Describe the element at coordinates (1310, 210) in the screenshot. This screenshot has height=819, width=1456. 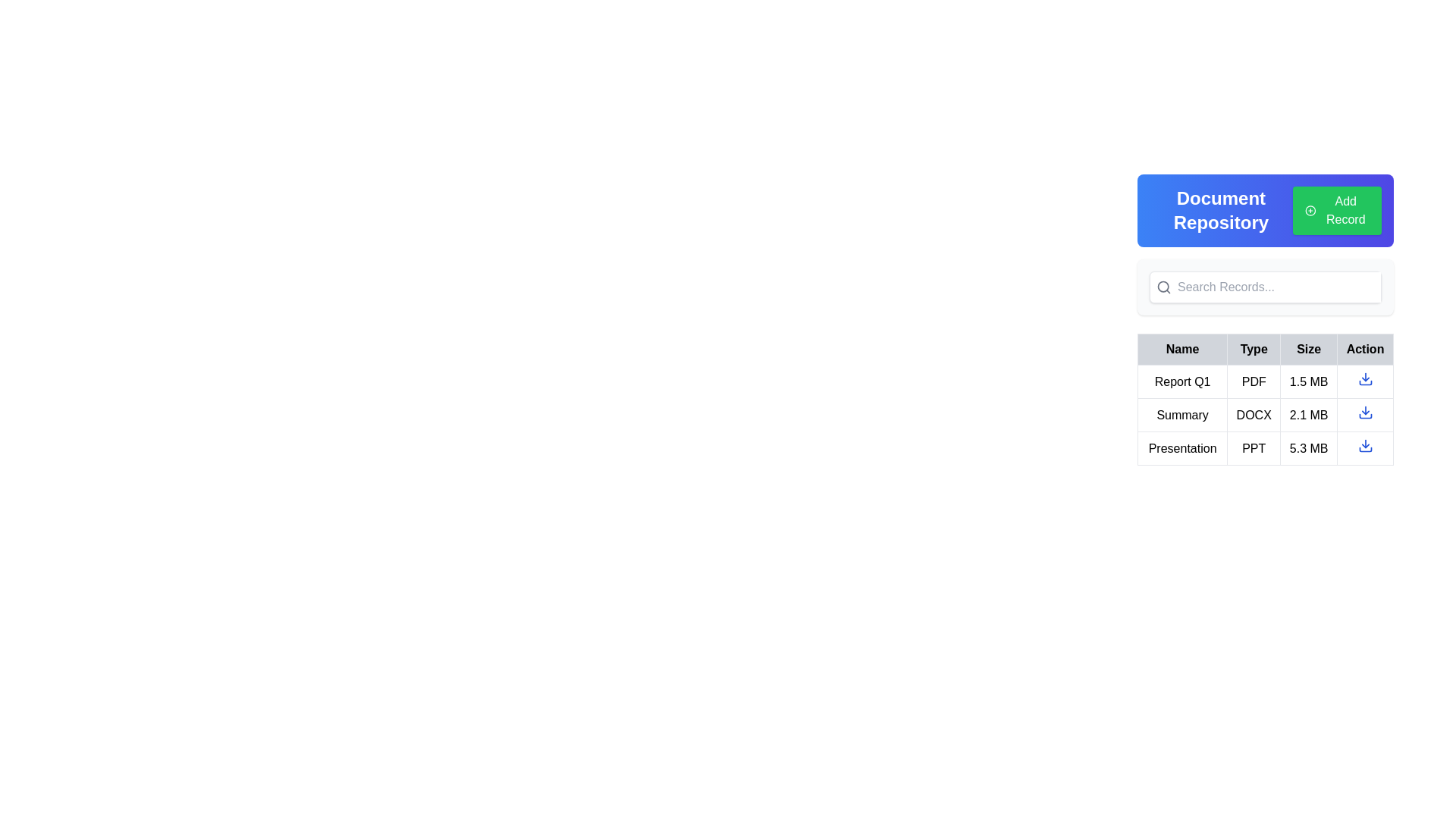
I see `the add record icon located at the top-right inside the green 'Add Record' button, positioned to the left of the text 'Add Record'` at that location.